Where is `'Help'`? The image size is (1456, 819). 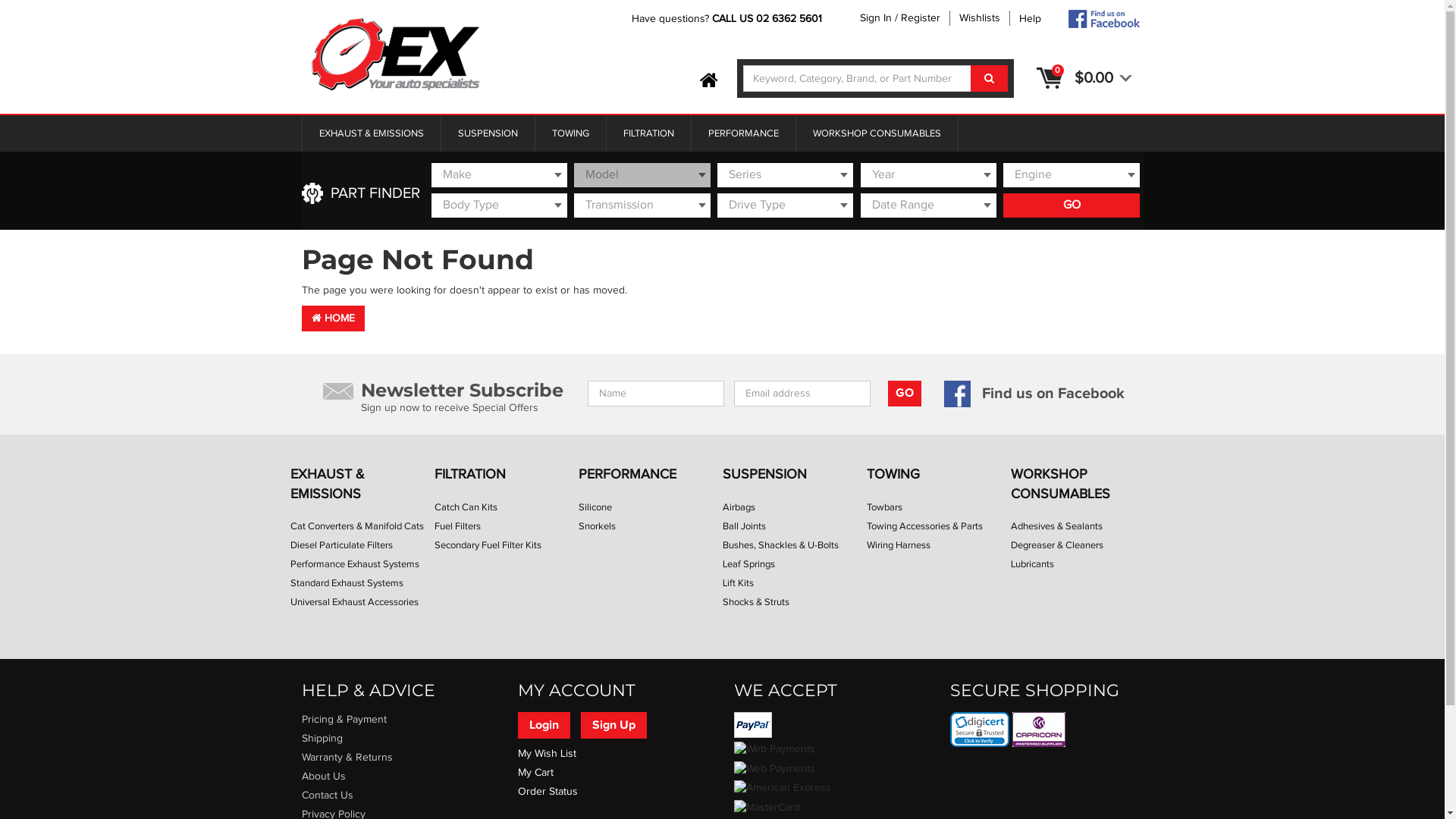
'Help' is located at coordinates (1036, 18).